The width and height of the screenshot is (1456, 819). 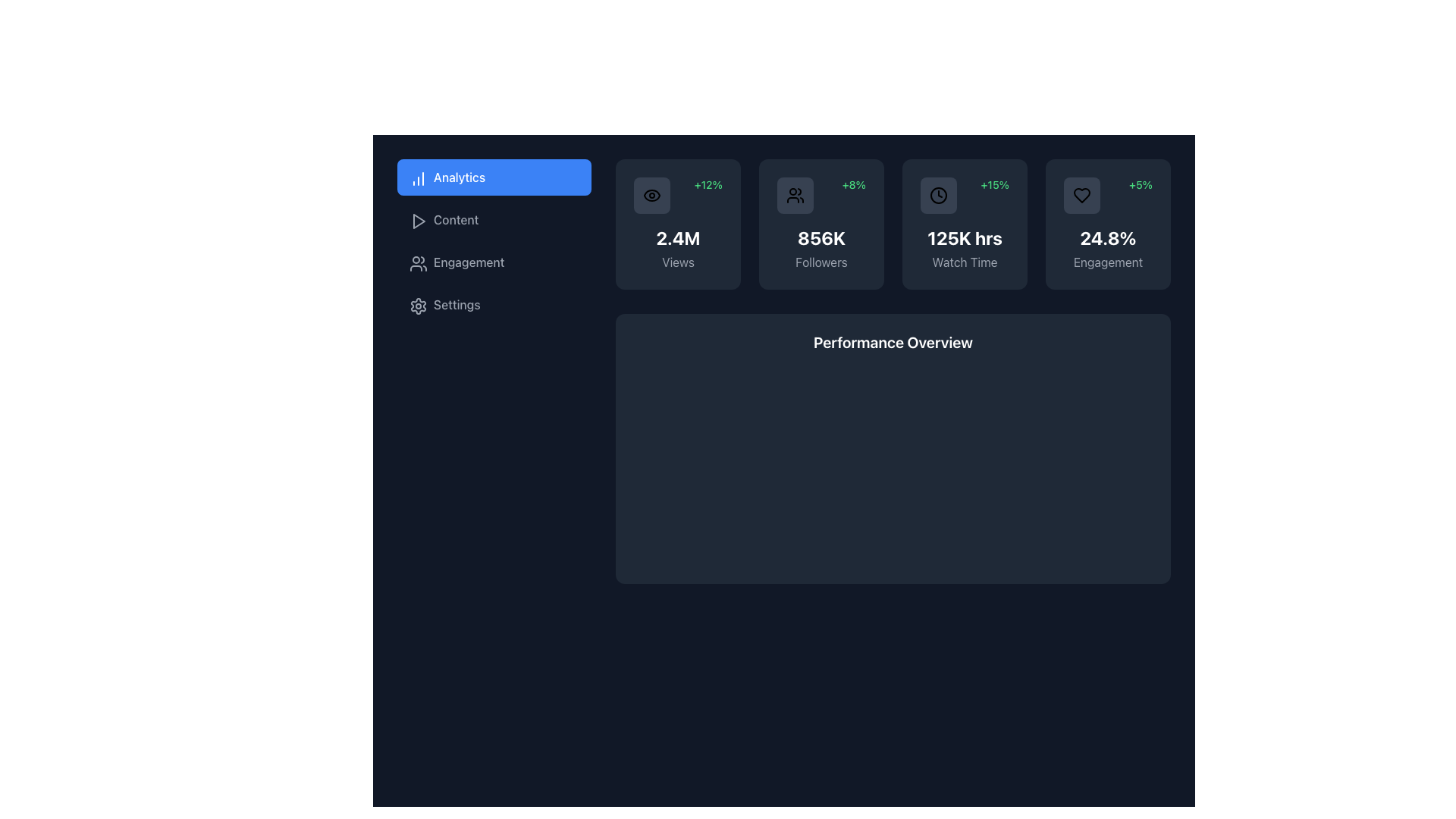 What do you see at coordinates (964, 237) in the screenshot?
I see `text label displaying '125K hrs' which is prominently styled in large, bold, white letters, located in the top-right area of the interface, below a green text showing '+15%' and above a gray text labeled 'Watch Time'` at bounding box center [964, 237].